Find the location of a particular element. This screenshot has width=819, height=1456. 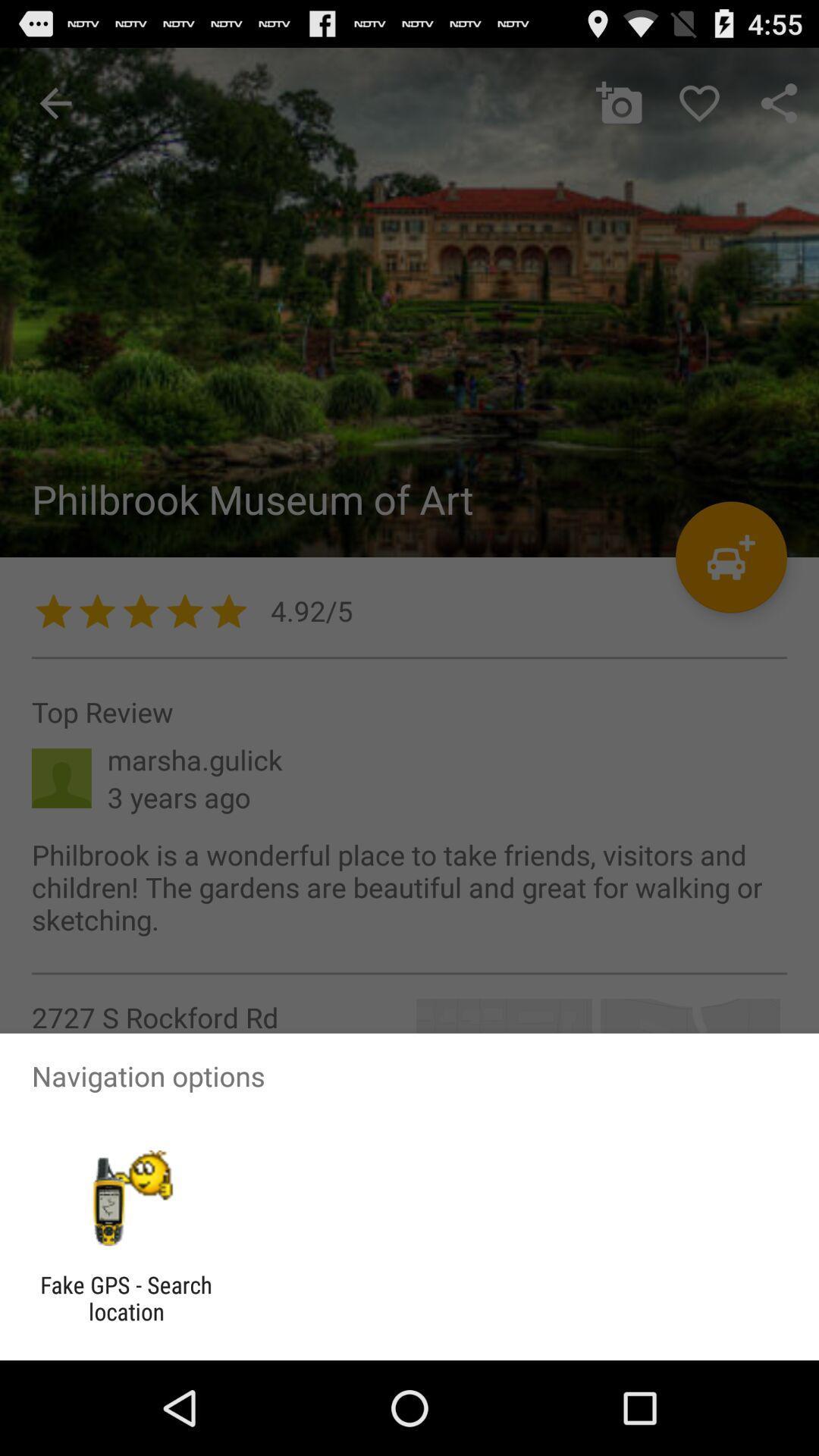

the fake gps search icon is located at coordinates (125, 1298).